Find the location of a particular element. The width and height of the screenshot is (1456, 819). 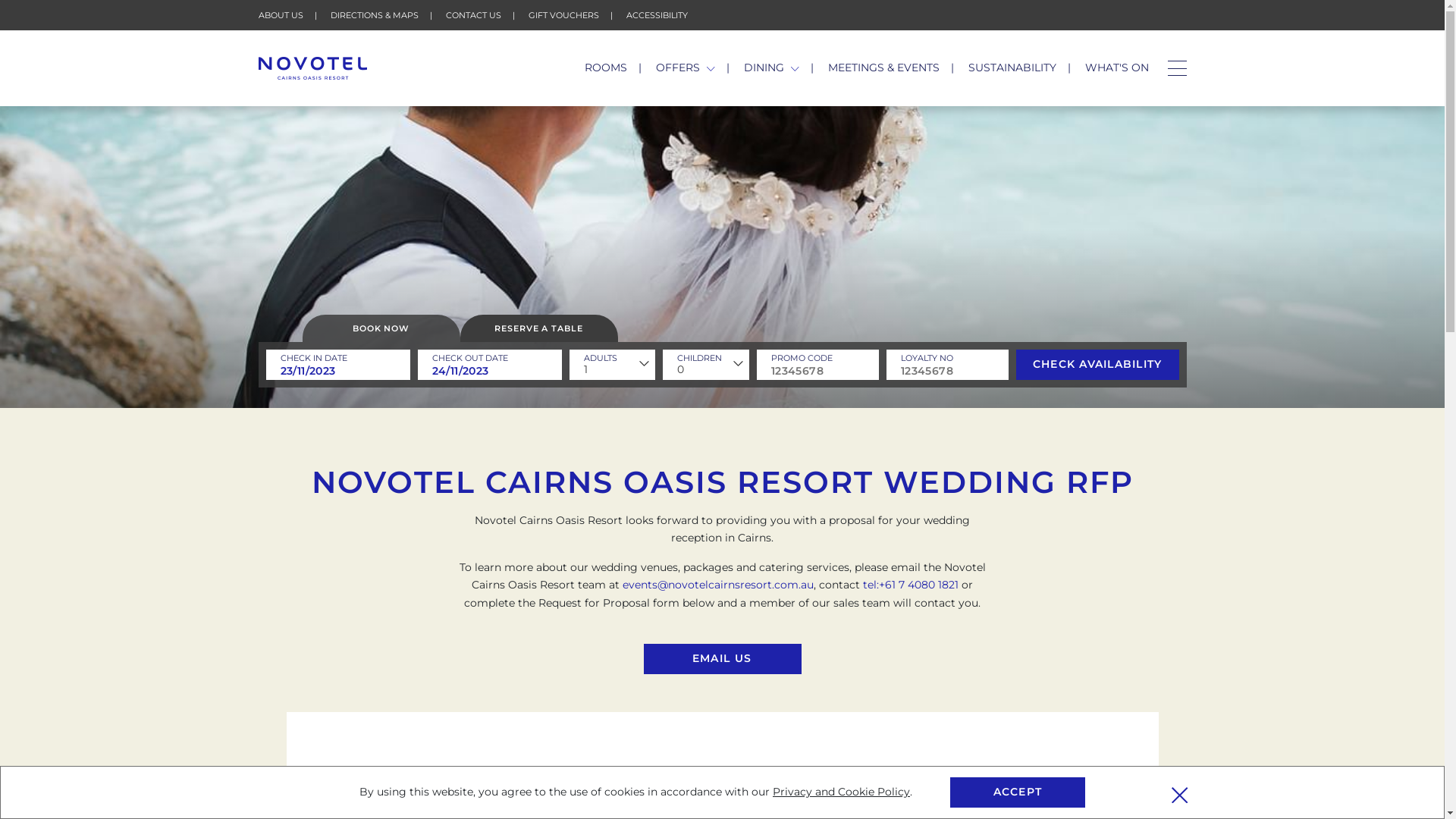

'ACCESSIBILITY is located at coordinates (657, 14).